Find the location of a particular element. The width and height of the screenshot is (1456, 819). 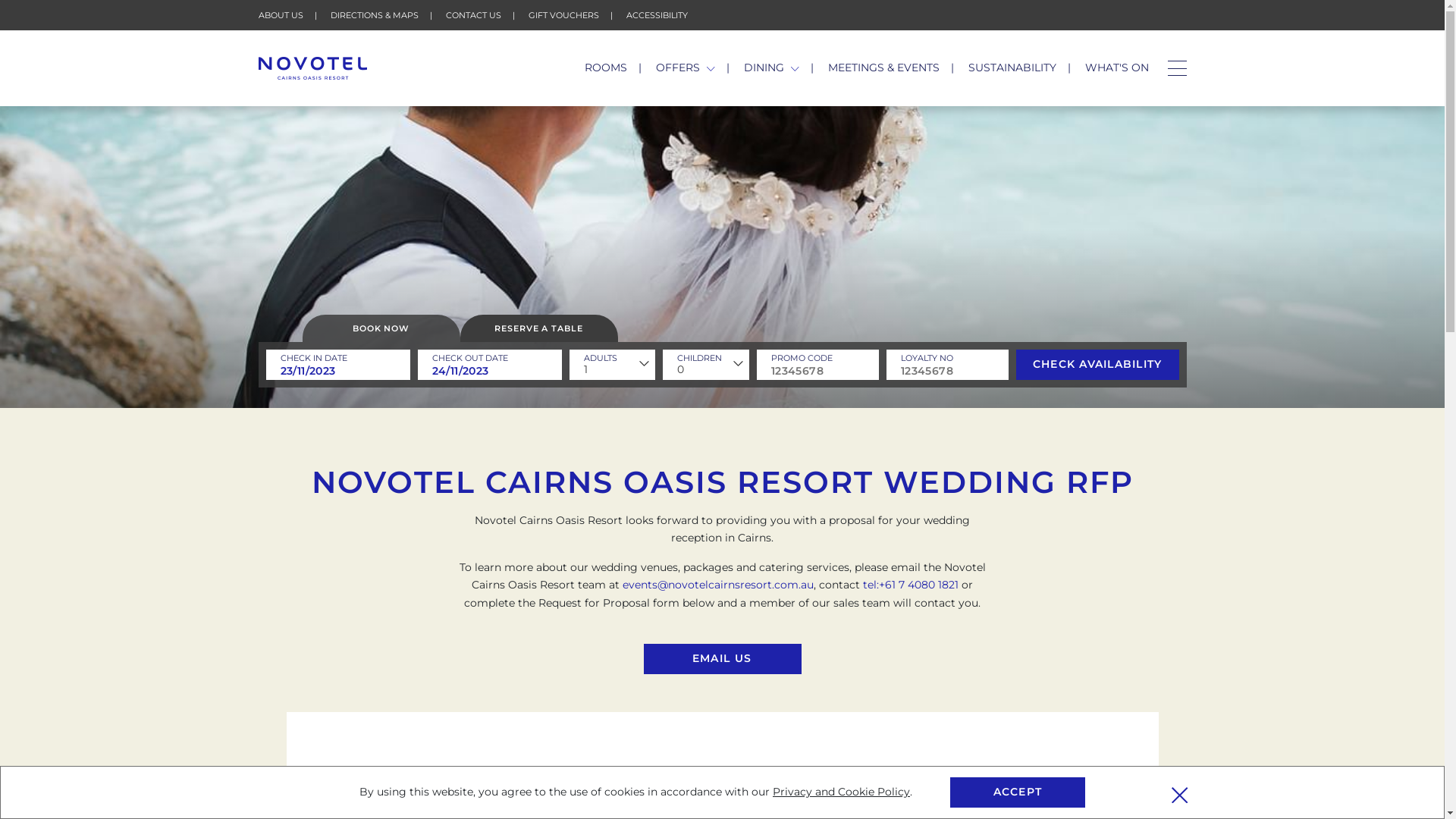

'ACCESSIBILITY is located at coordinates (657, 14).